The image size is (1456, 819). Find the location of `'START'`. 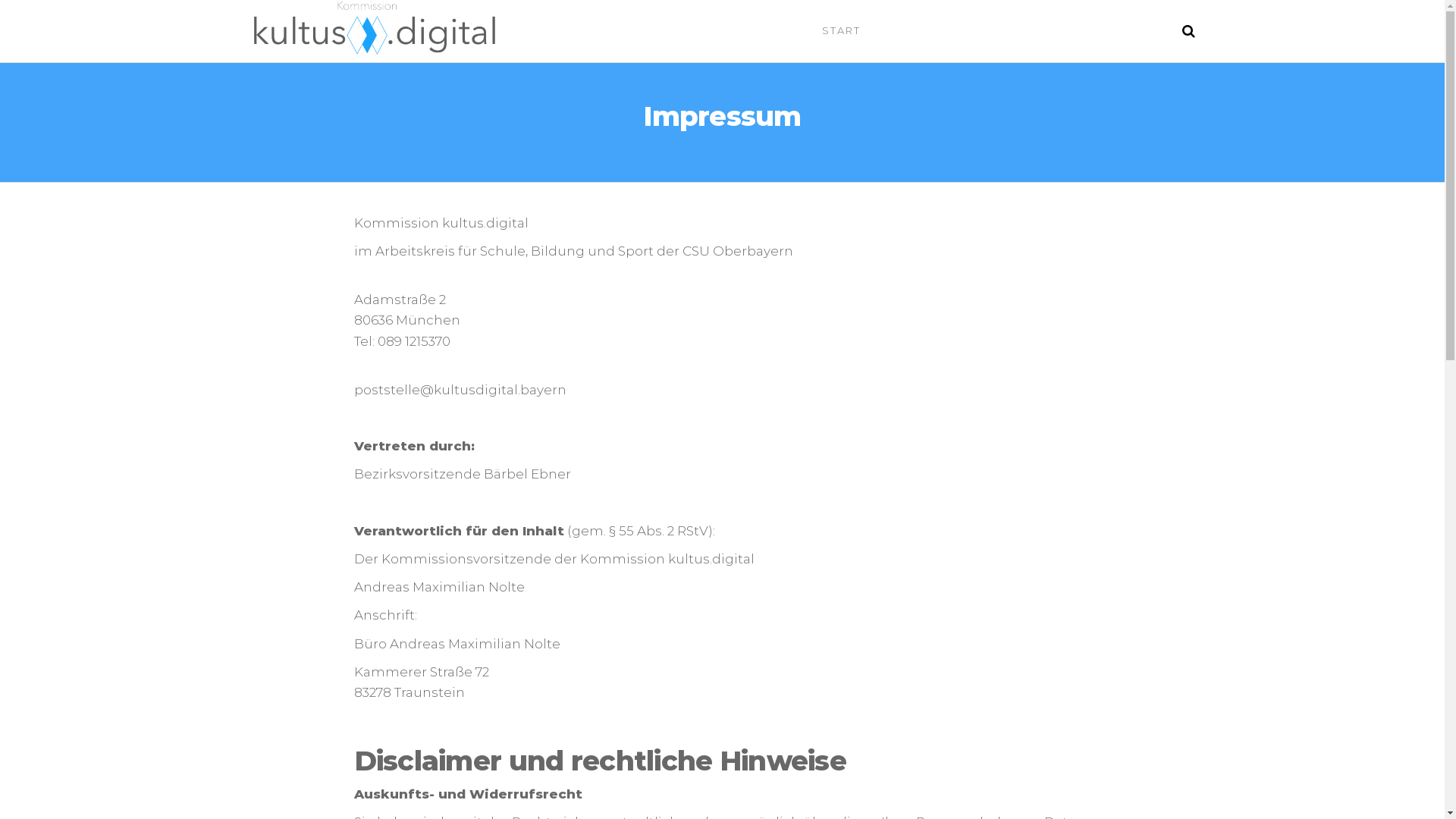

'START' is located at coordinates (840, 30).